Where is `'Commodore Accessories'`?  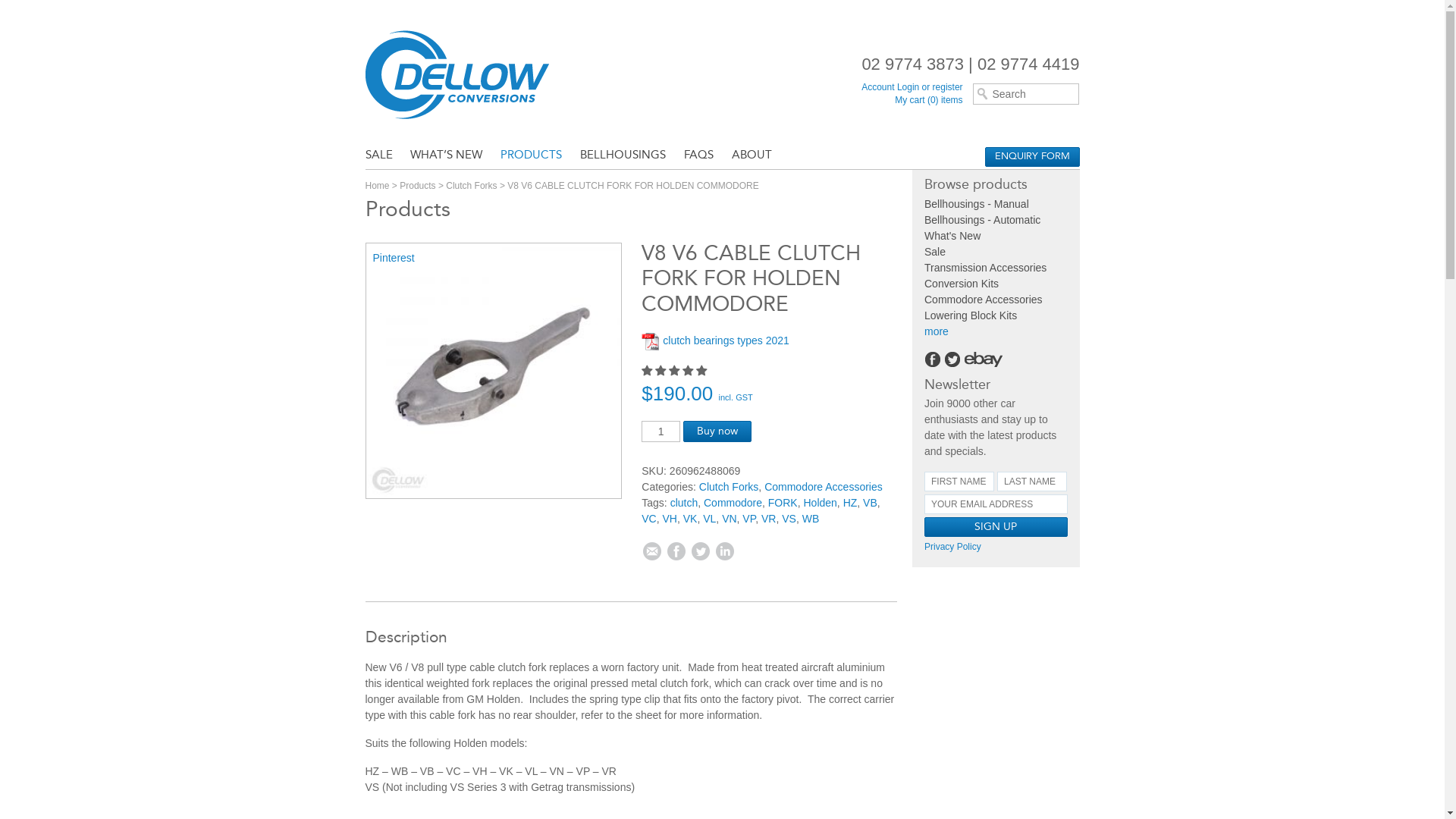 'Commodore Accessories' is located at coordinates (924, 299).